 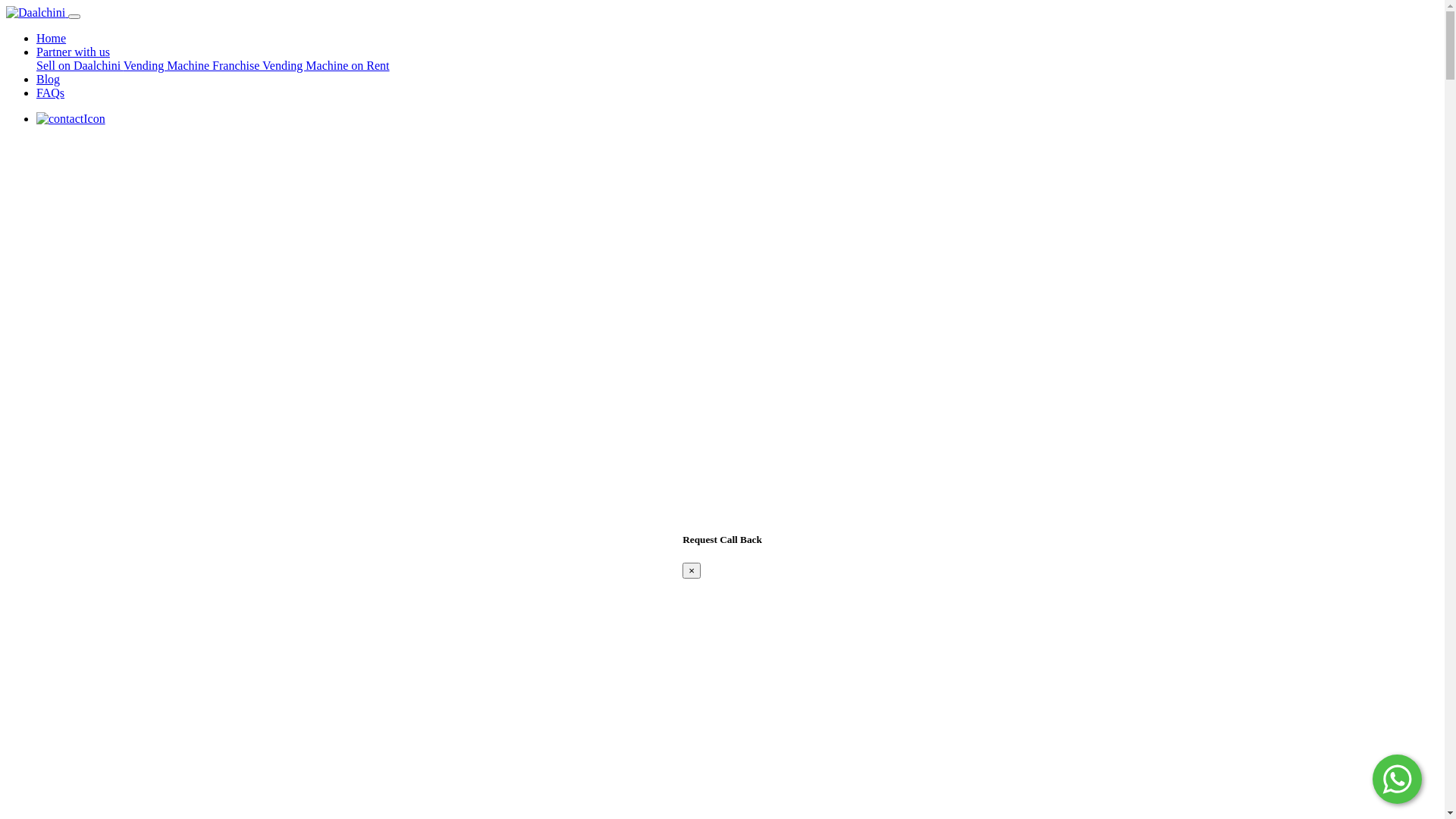 What do you see at coordinates (50, 93) in the screenshot?
I see `'FAQs'` at bounding box center [50, 93].